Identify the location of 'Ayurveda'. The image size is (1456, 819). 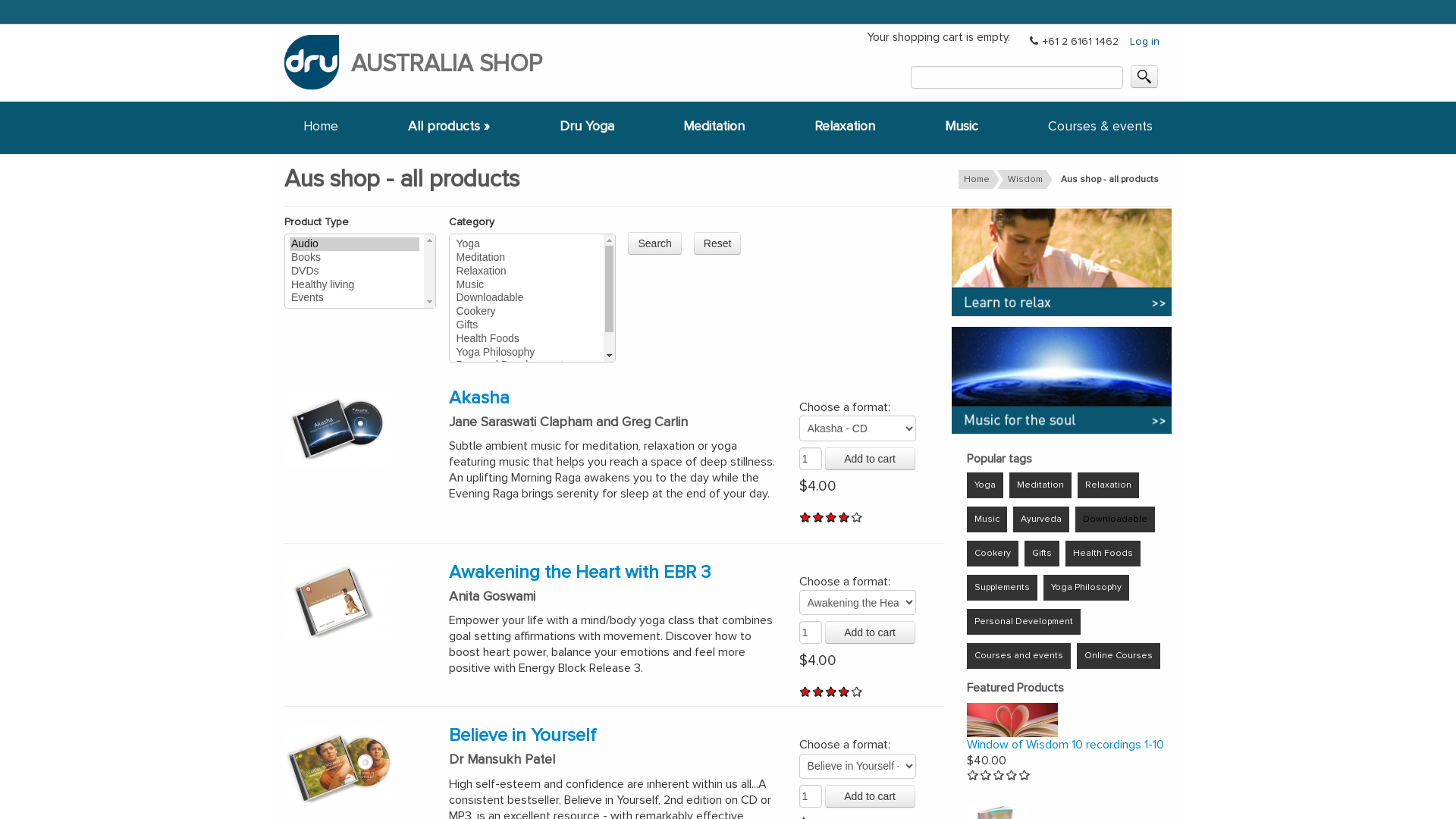
(1040, 519).